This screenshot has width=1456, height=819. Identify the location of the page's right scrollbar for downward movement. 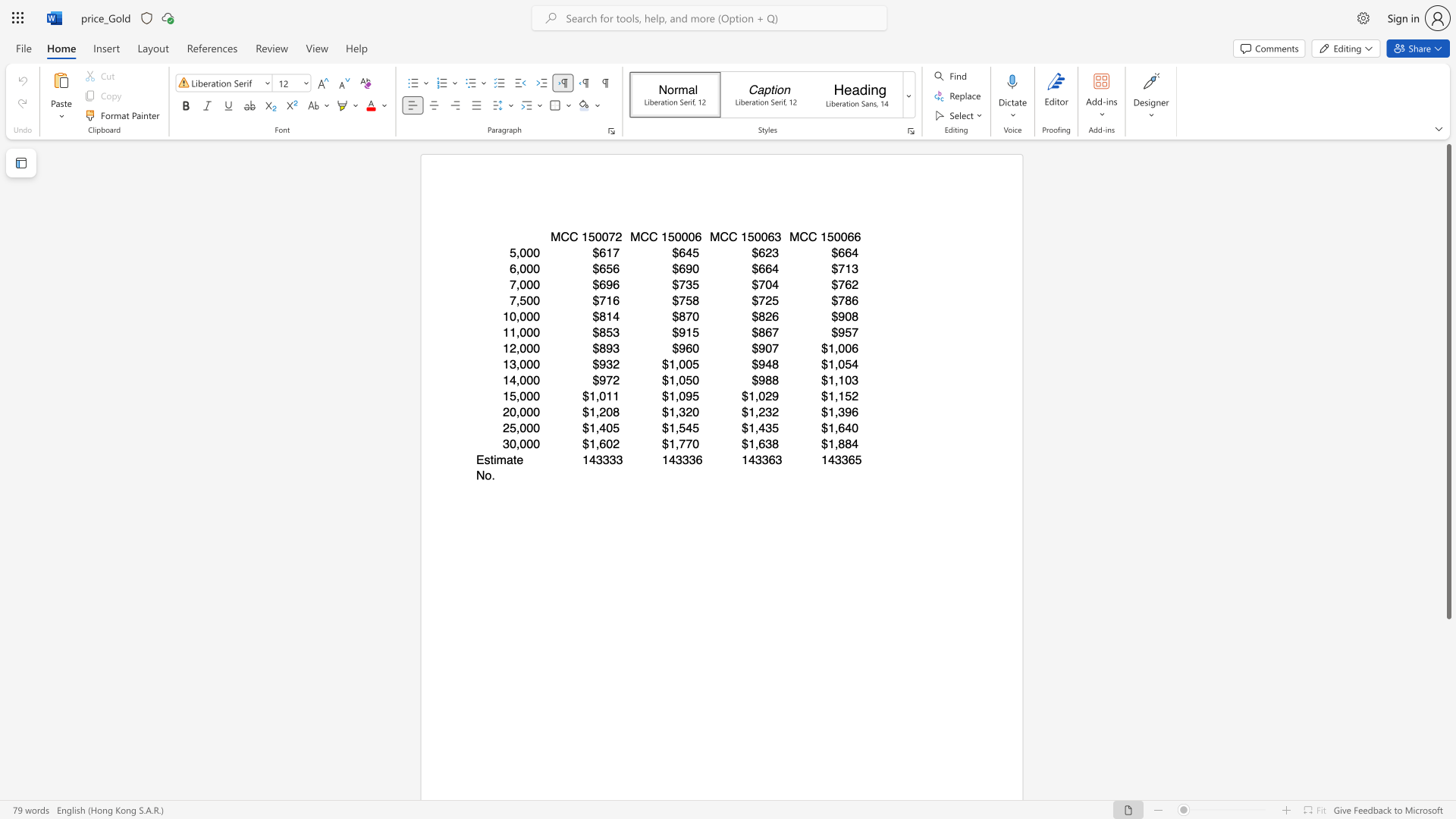
(1448, 659).